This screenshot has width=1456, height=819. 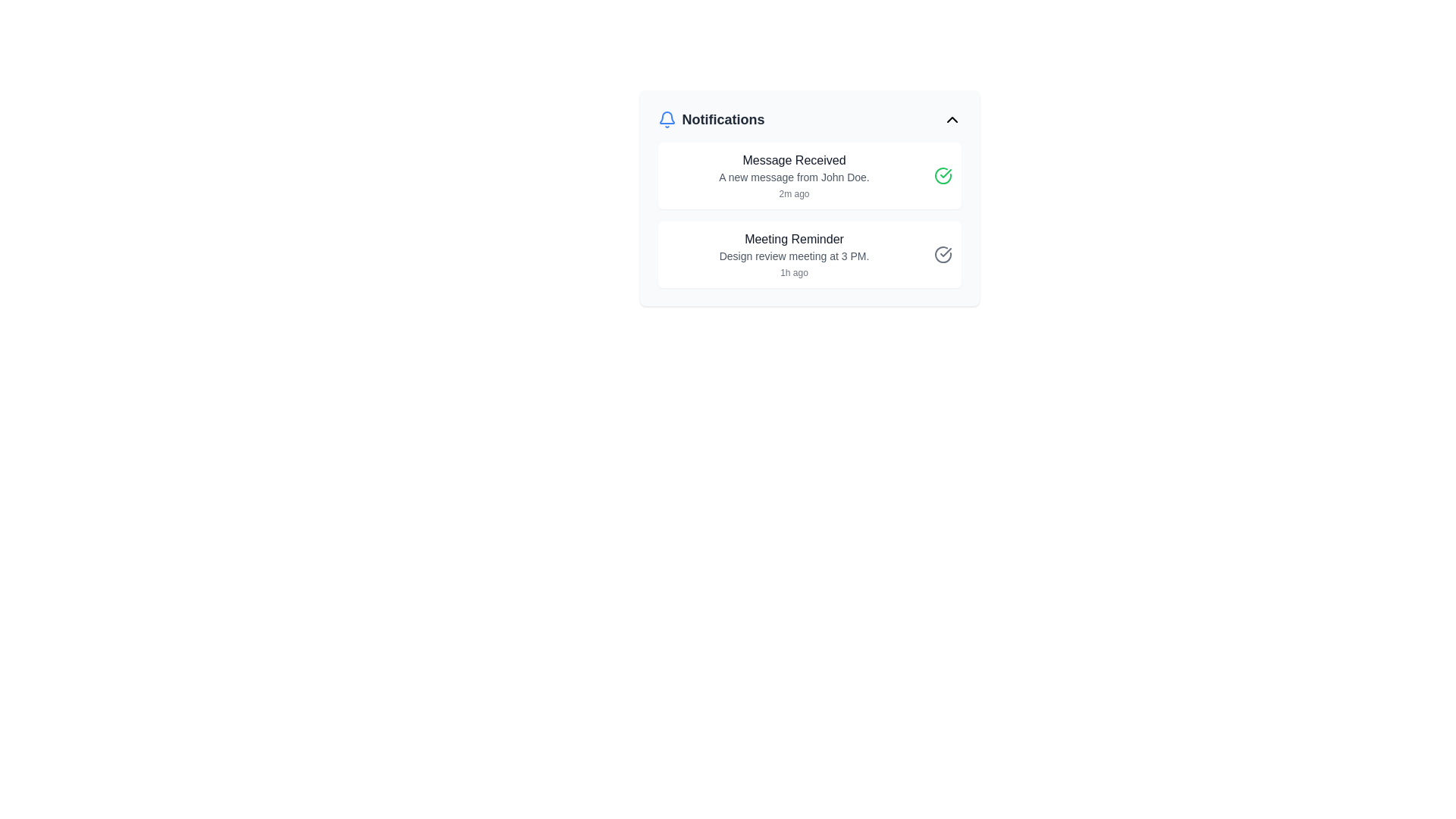 I want to click on the green check mark icon button located in the top notification block to mark the message from John Doe as read or acknowledged, so click(x=942, y=174).